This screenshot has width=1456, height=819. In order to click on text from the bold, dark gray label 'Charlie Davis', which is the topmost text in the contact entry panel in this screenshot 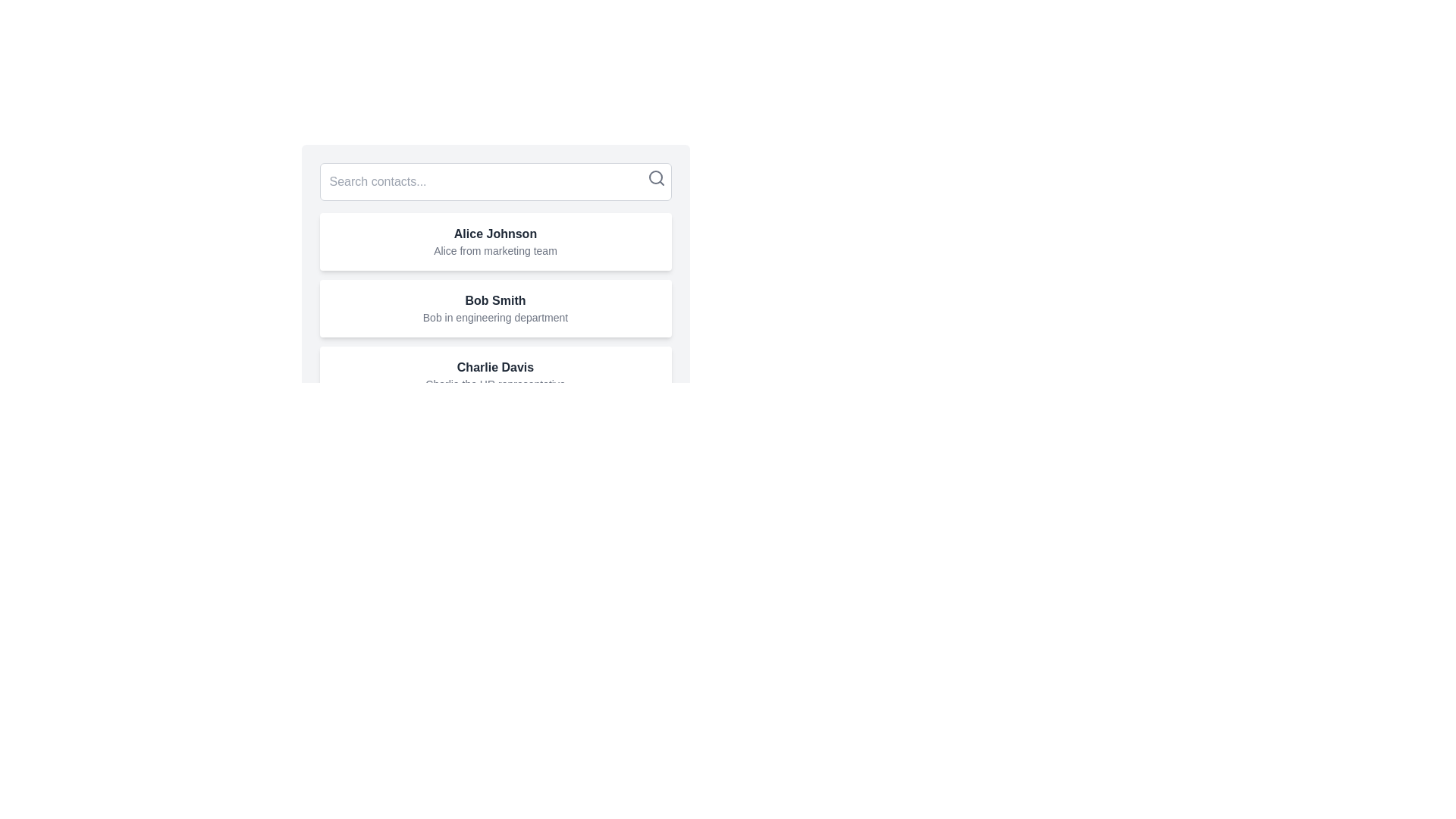, I will do `click(495, 368)`.